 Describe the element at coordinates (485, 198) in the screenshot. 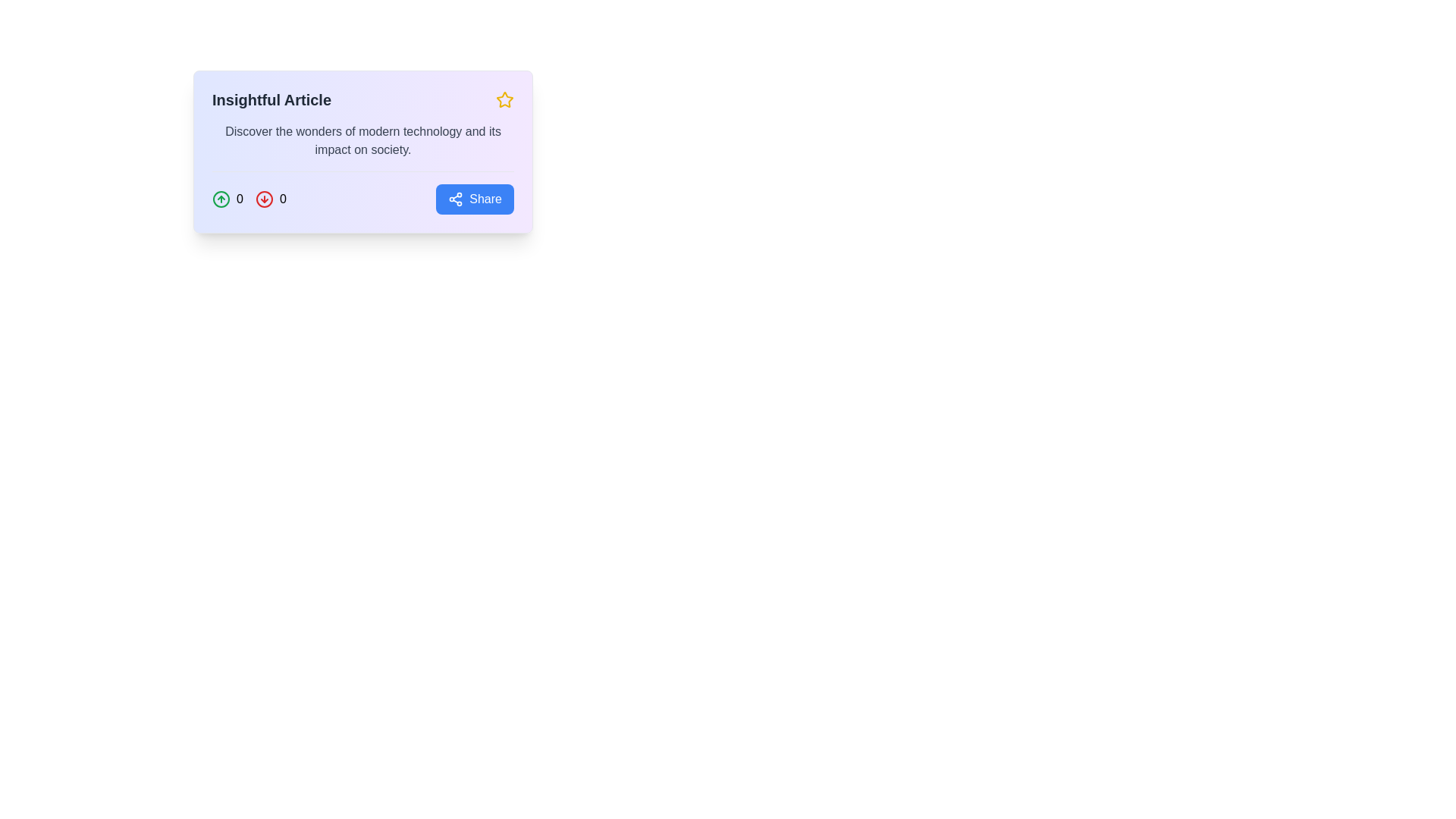

I see `the 'Share' text element, which is styled in white on a blue button with rounded corners, located in the bottom-right section of the 'Insightful Article' content card` at that location.